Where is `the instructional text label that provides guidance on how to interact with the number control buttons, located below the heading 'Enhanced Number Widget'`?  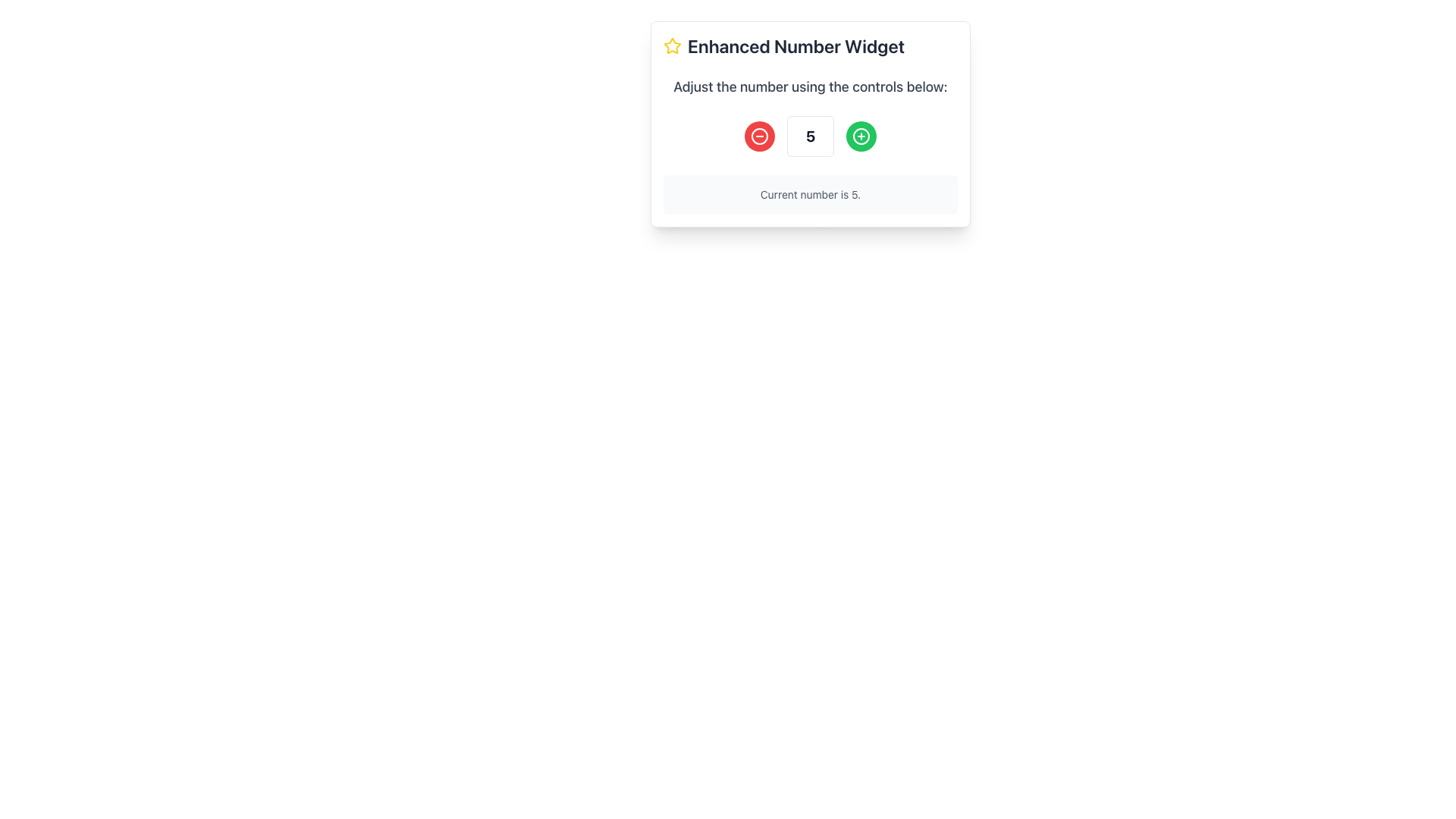
the instructional text label that provides guidance on how to interact with the number control buttons, located below the heading 'Enhanced Number Widget' is located at coordinates (810, 87).